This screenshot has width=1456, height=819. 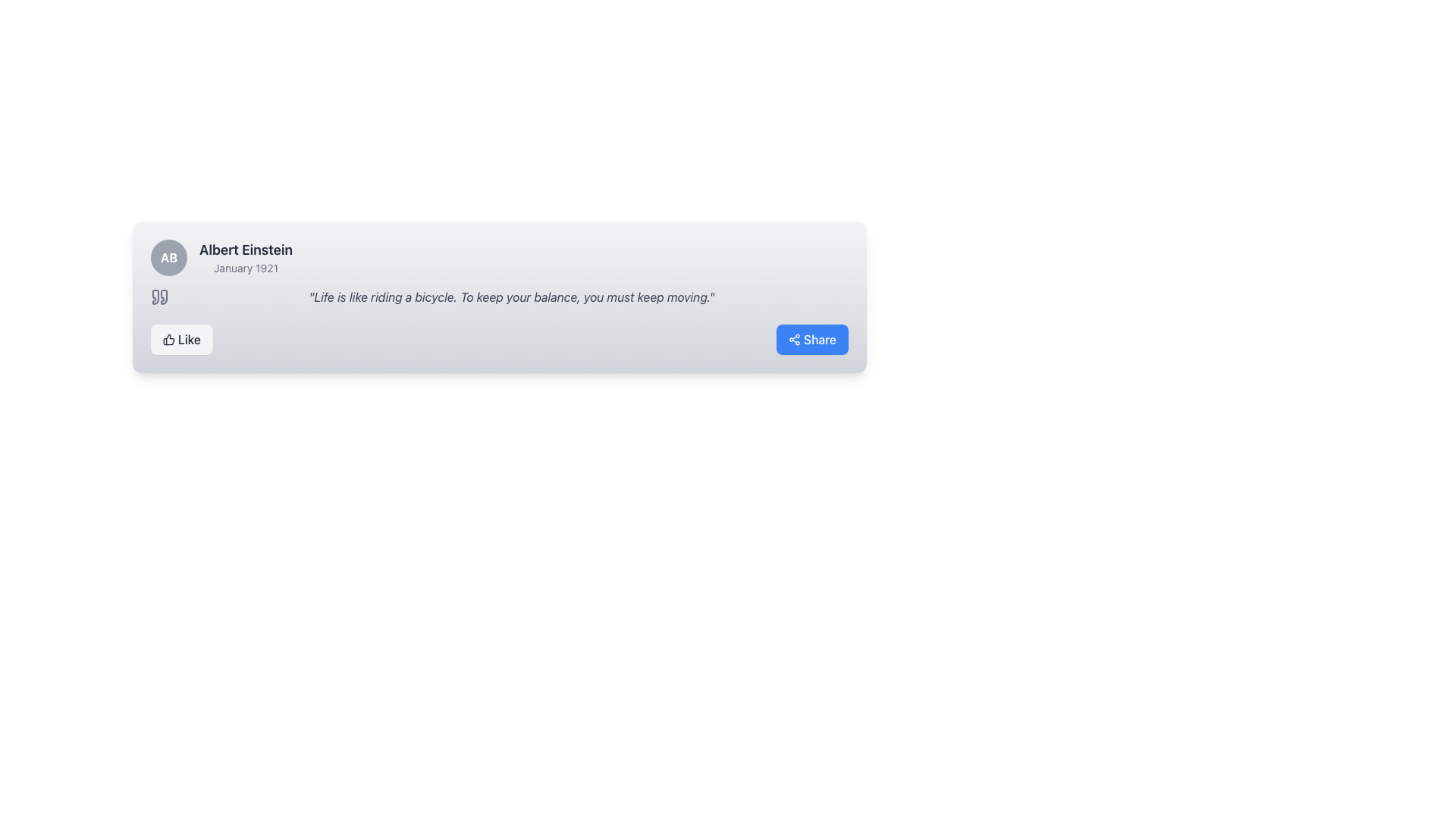 I want to click on the text display block containing the quotation 'Life is like riding a bicycle. To keep your balance, you must keep moving.', which is styled in italic and gray, located below 'Albert Einstein - January 1921', so click(x=499, y=297).